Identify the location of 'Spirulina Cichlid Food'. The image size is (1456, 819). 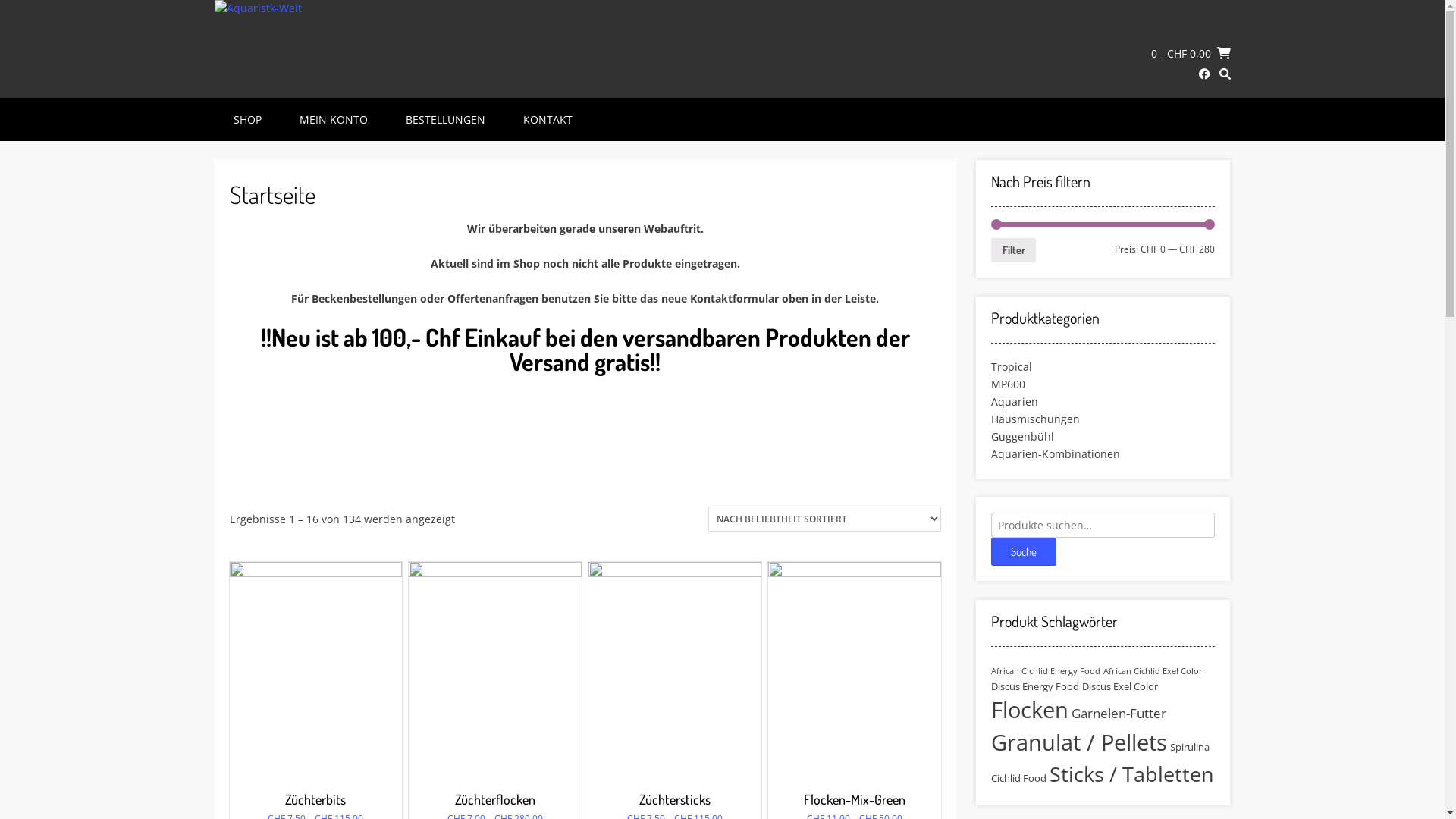
(1100, 762).